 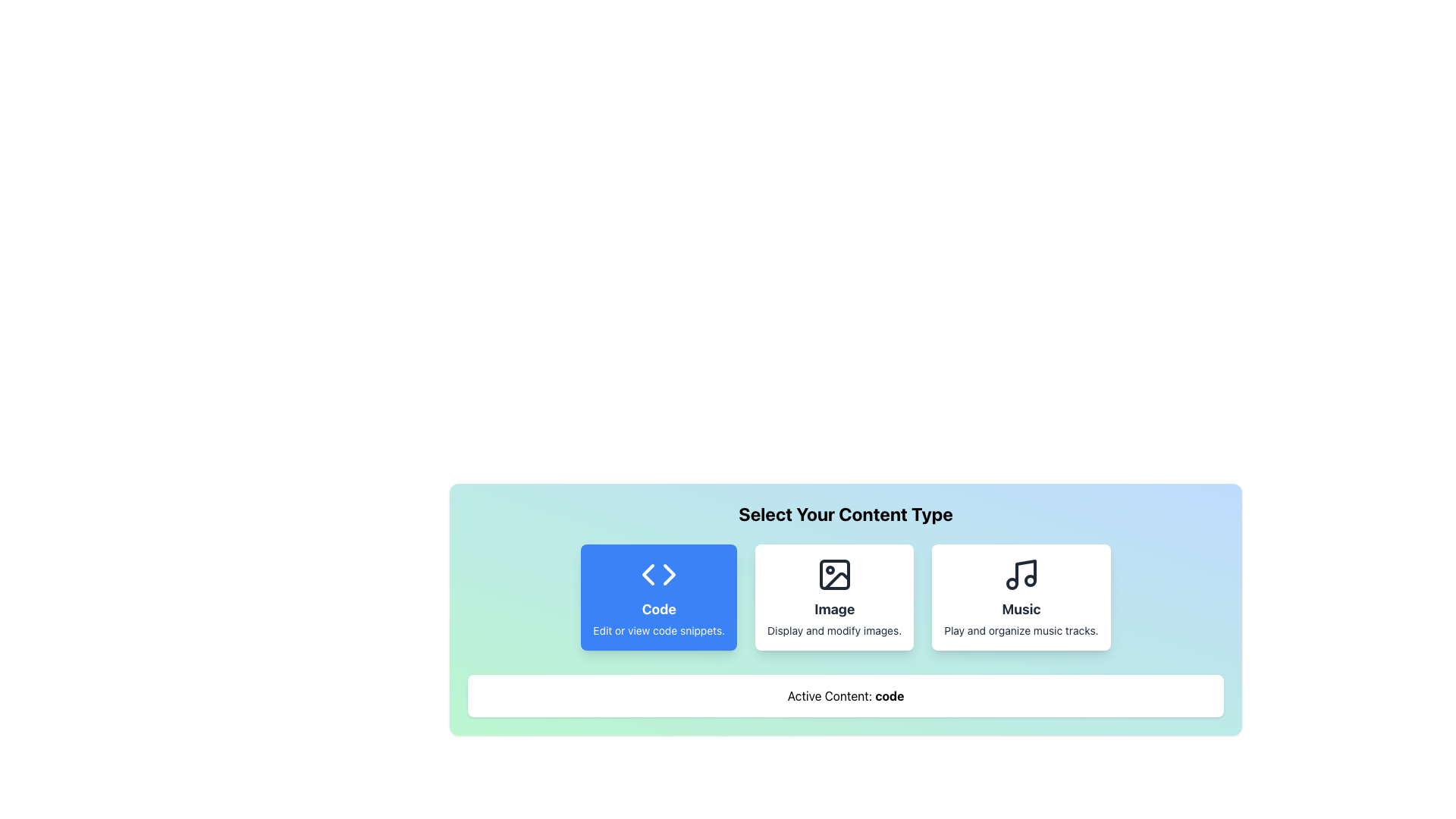 I want to click on the music selection card located as the third card in a row of three cards, positioned to the right of the 'Code' and 'Image' cards, so click(x=1021, y=596).